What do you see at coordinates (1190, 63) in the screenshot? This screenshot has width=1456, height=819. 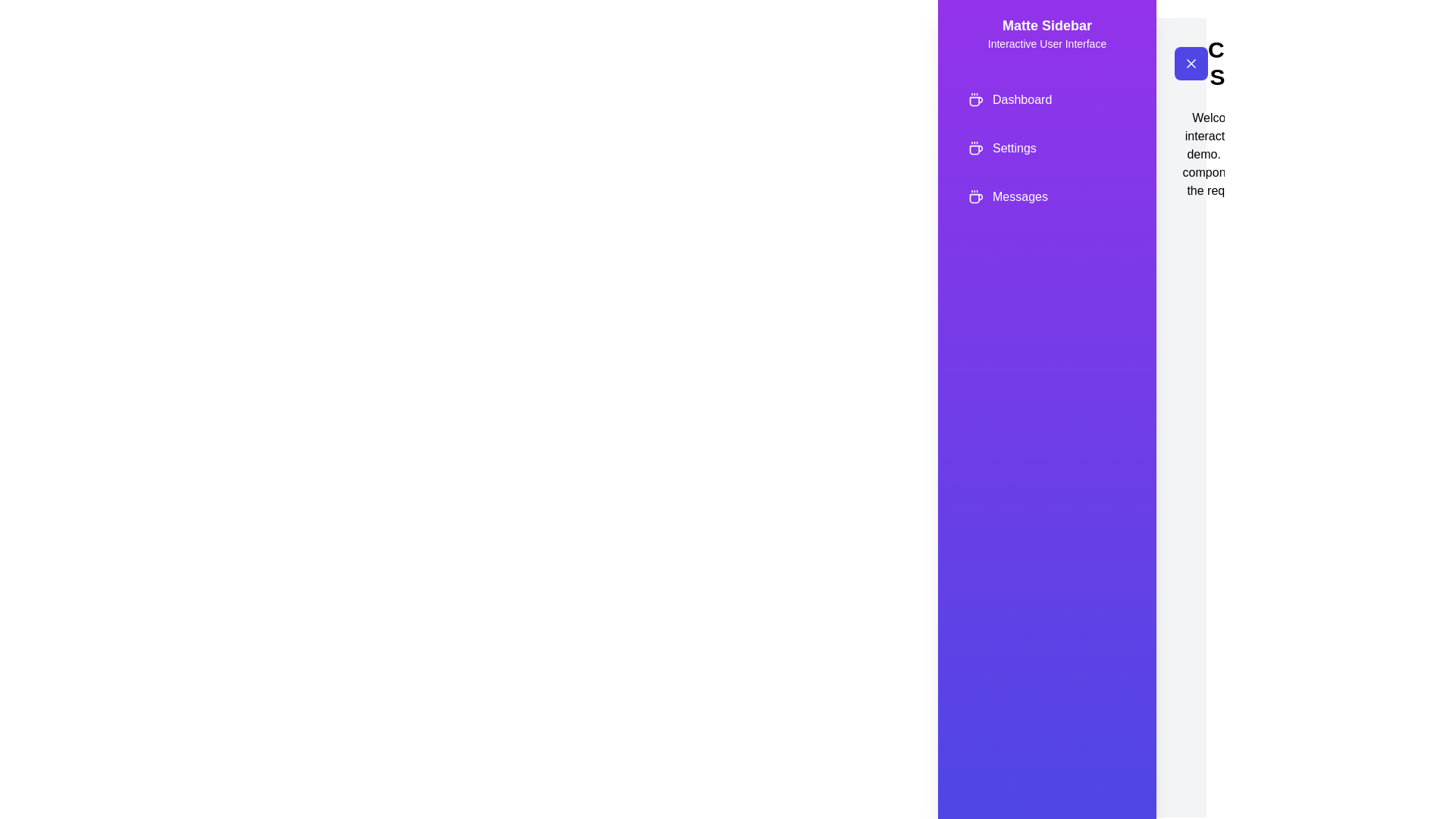 I see `the purple close button located at the top center of the sidebar` at bounding box center [1190, 63].